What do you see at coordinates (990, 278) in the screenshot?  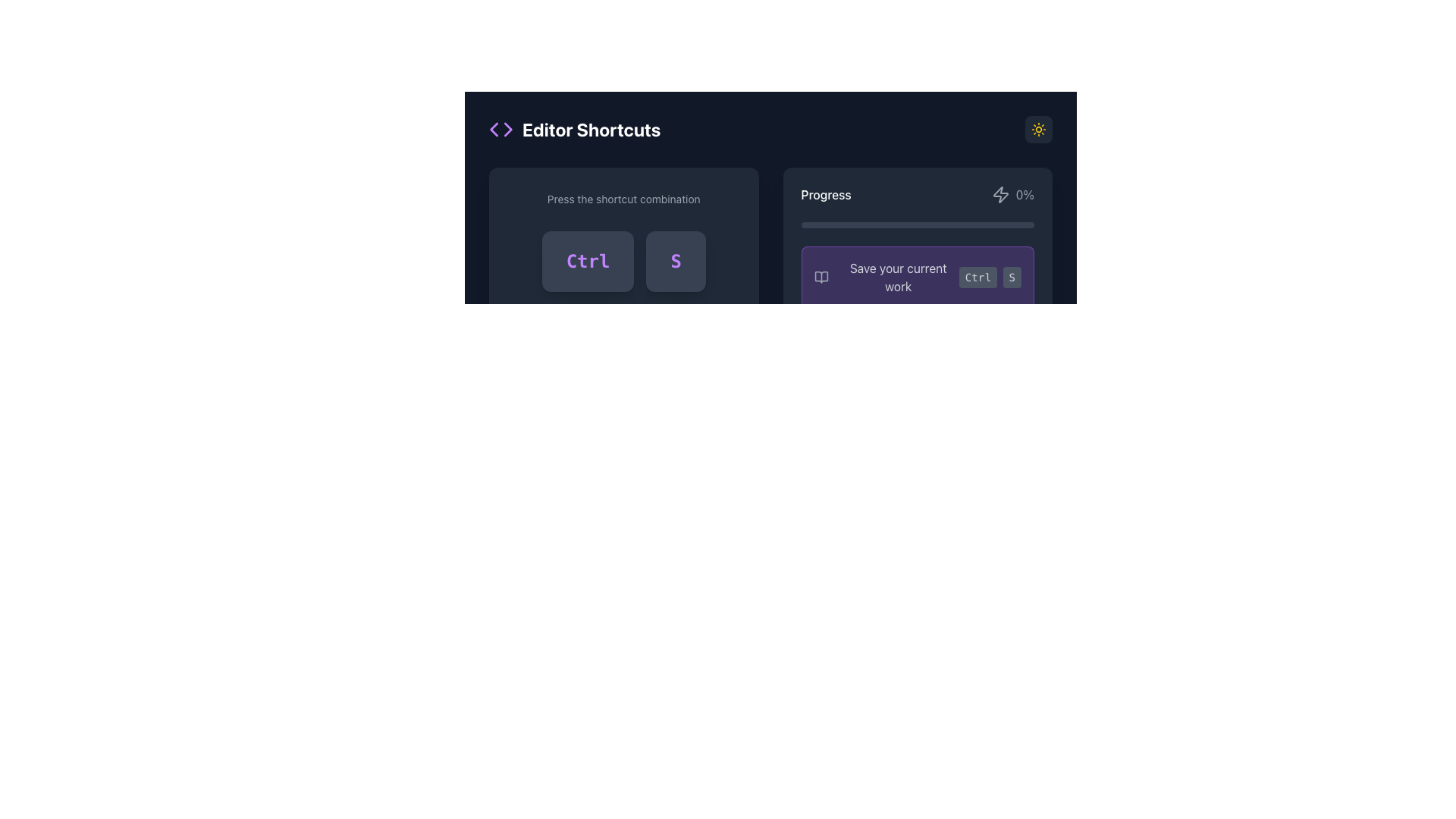 I see `the keyboard shortcut visual element displaying 'Ctrl' and 'S', which is located within a purple box labeled 'Save your current work' on the right-hand side of the interface` at bounding box center [990, 278].